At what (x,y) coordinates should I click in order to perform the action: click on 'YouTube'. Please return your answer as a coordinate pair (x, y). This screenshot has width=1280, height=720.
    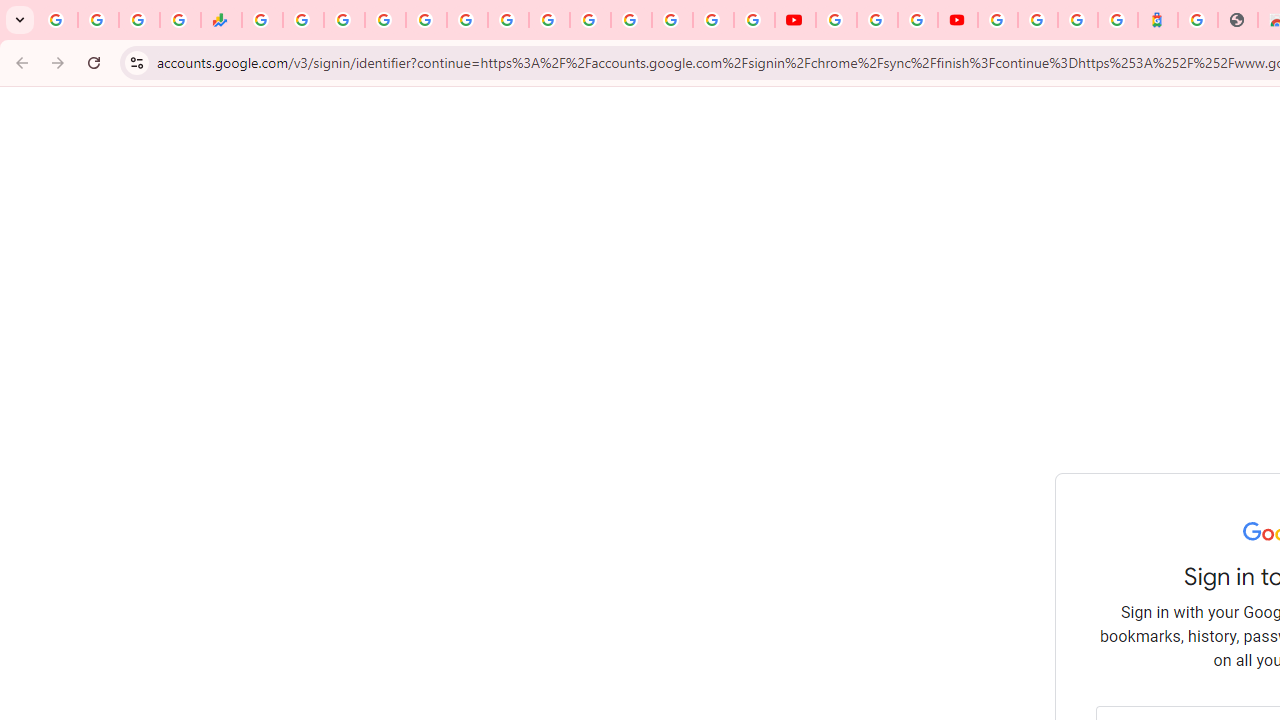
    Looking at the image, I should click on (794, 20).